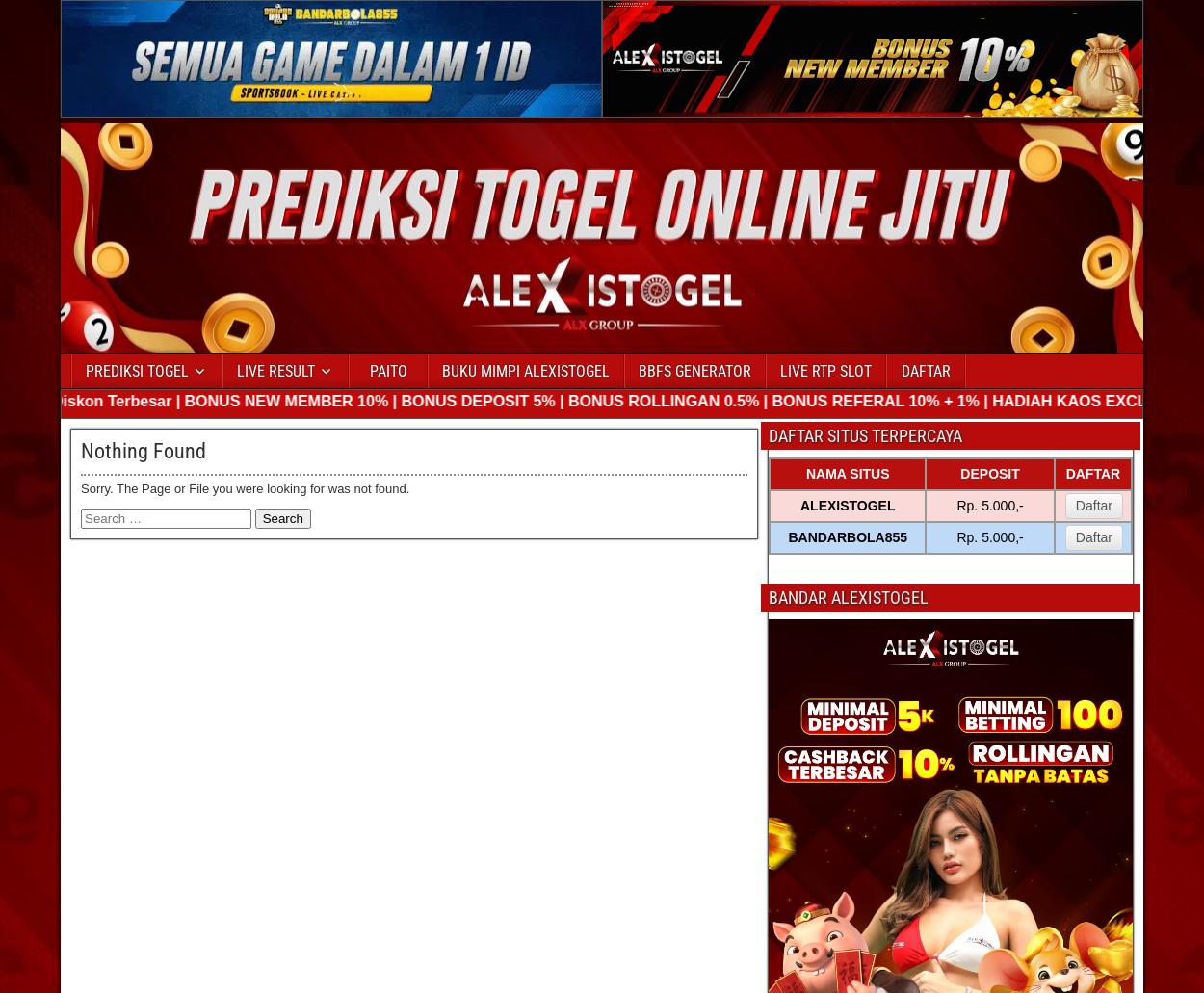 Image resolution: width=1204 pixels, height=993 pixels. Describe the element at coordinates (824, 369) in the screenshot. I see `'LIVE RTP SLOT'` at that location.